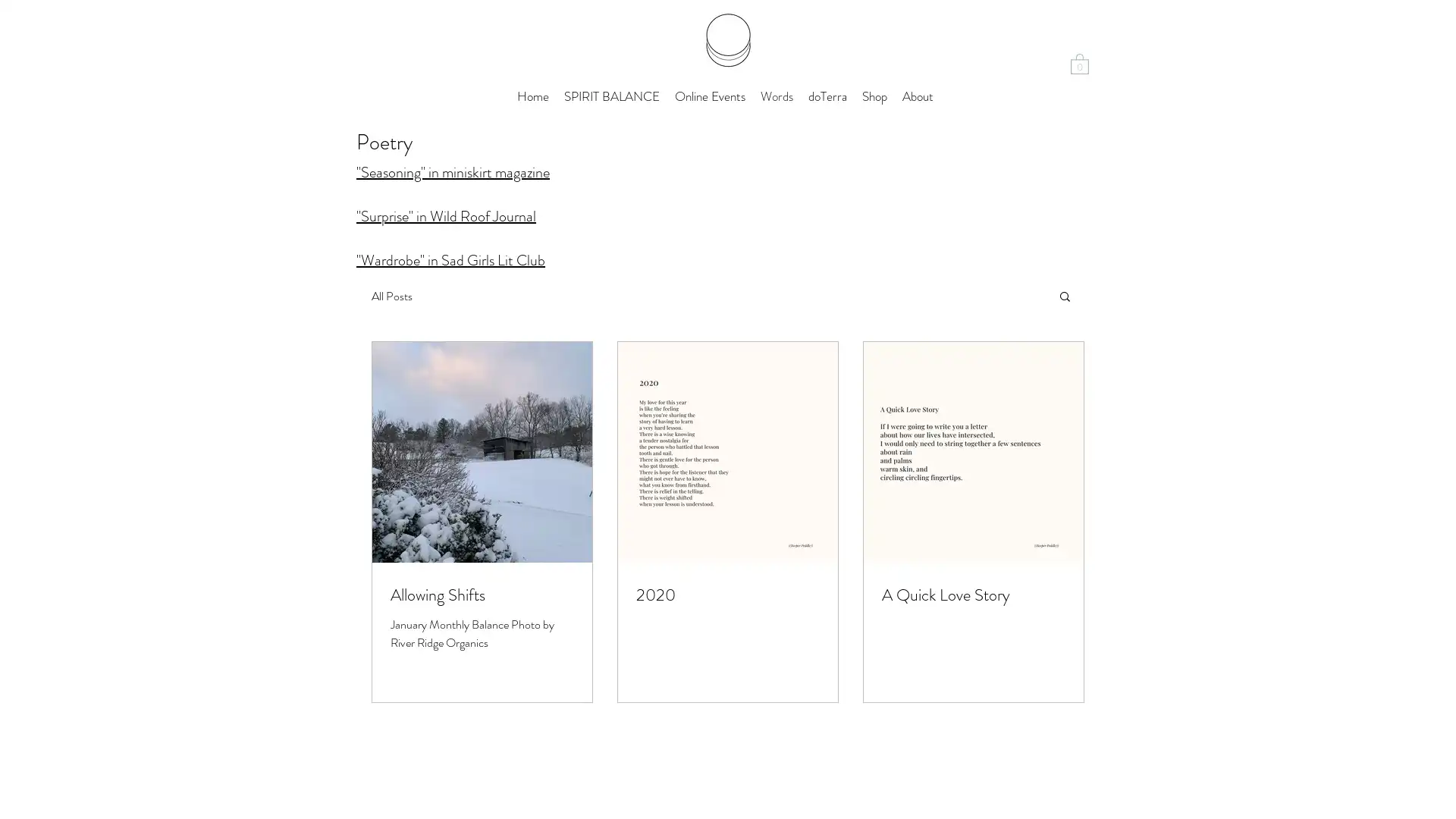 This screenshot has height=819, width=1456. I want to click on All Posts, so click(392, 295).